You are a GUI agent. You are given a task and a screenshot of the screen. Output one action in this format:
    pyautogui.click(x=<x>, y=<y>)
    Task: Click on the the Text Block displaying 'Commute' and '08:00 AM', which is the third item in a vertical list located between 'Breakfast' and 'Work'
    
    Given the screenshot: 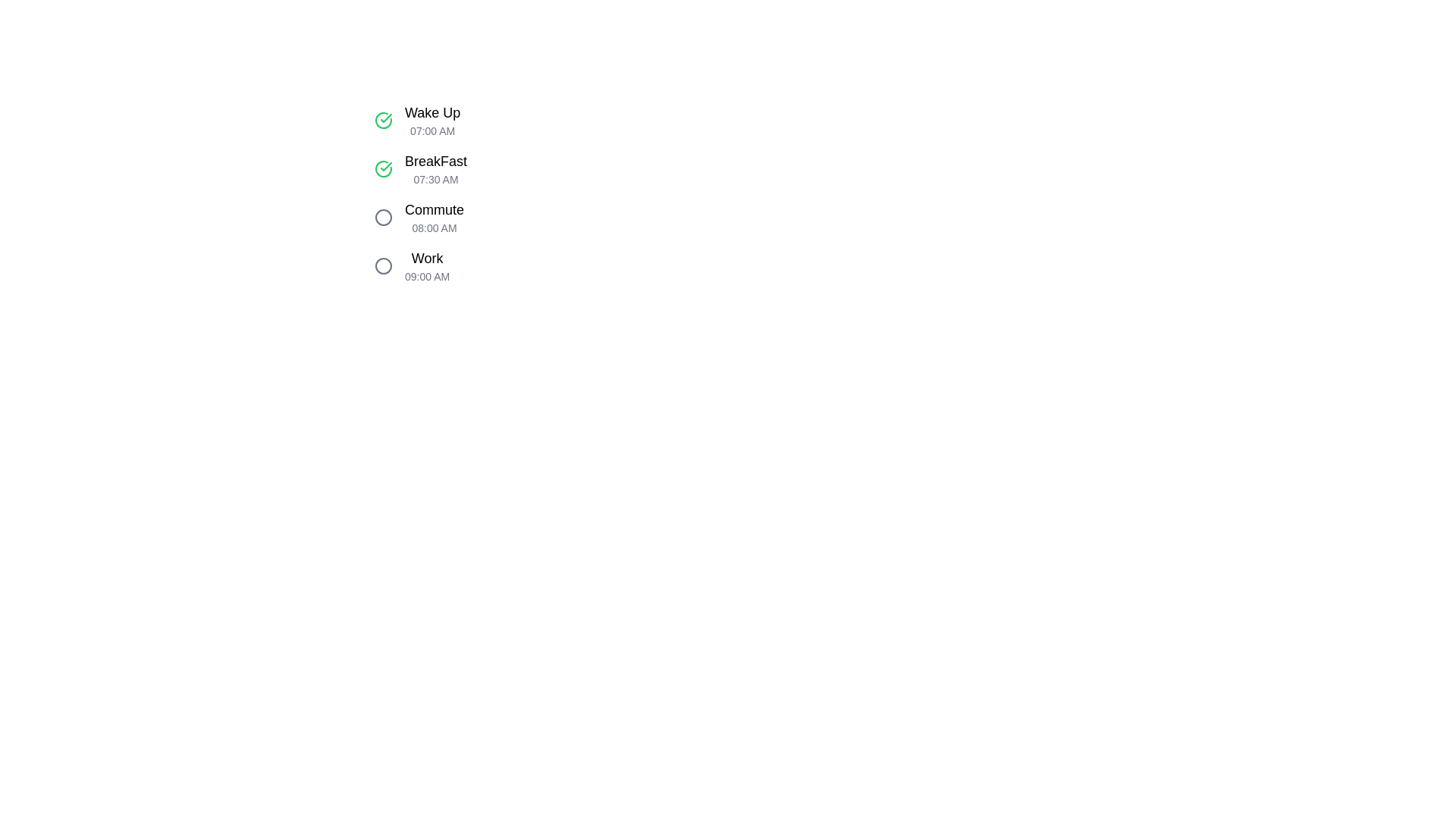 What is the action you would take?
    pyautogui.click(x=433, y=217)
    